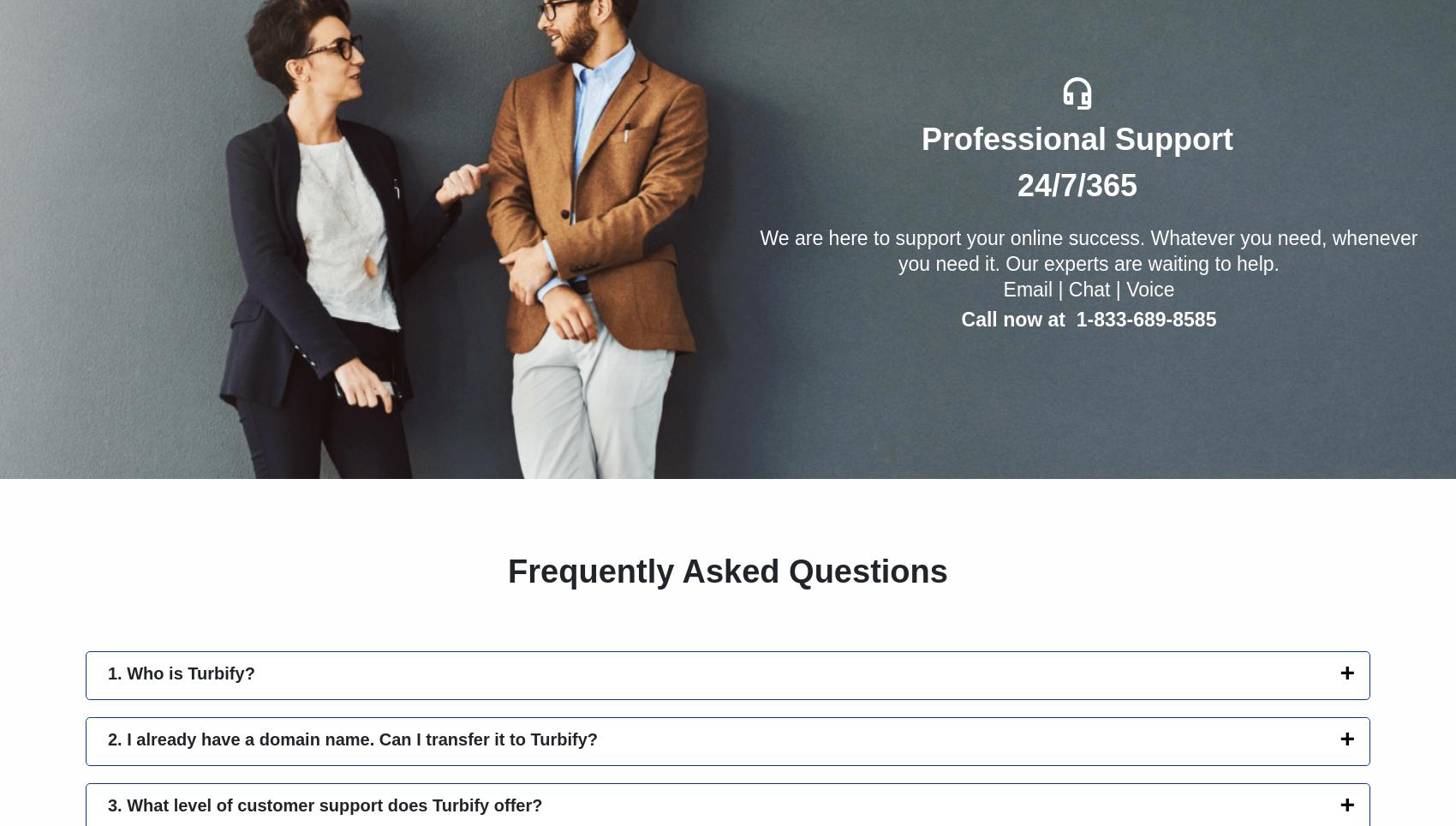  Describe the element at coordinates (106, 805) in the screenshot. I see `'3. What level of customer support does Turbify offer?'` at that location.